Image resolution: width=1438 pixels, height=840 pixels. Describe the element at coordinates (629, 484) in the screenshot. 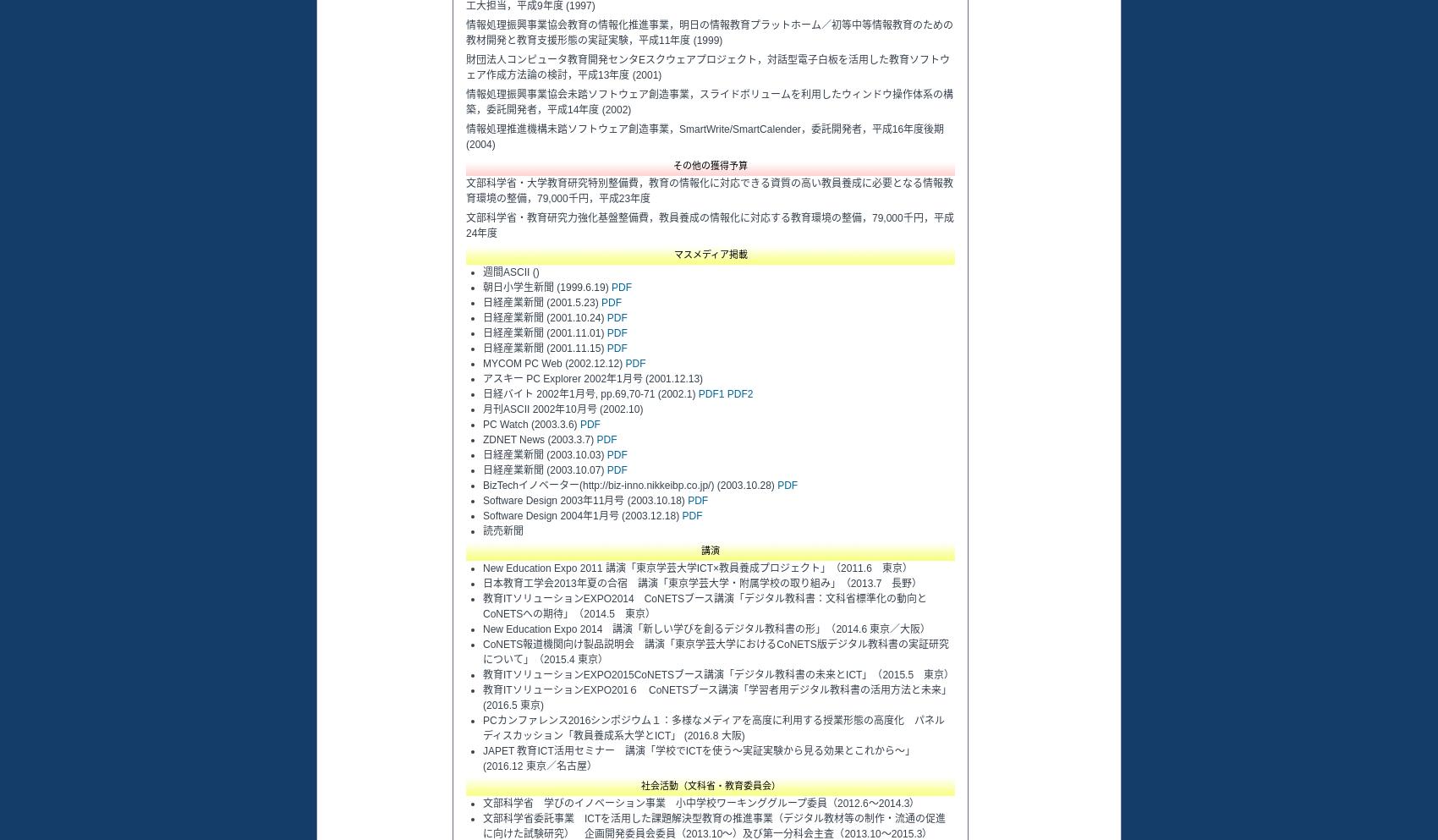

I see `'BizTechイノベーター(http://biz-inno.nikkeibp.co.jp/) (2003.10.28)'` at that location.